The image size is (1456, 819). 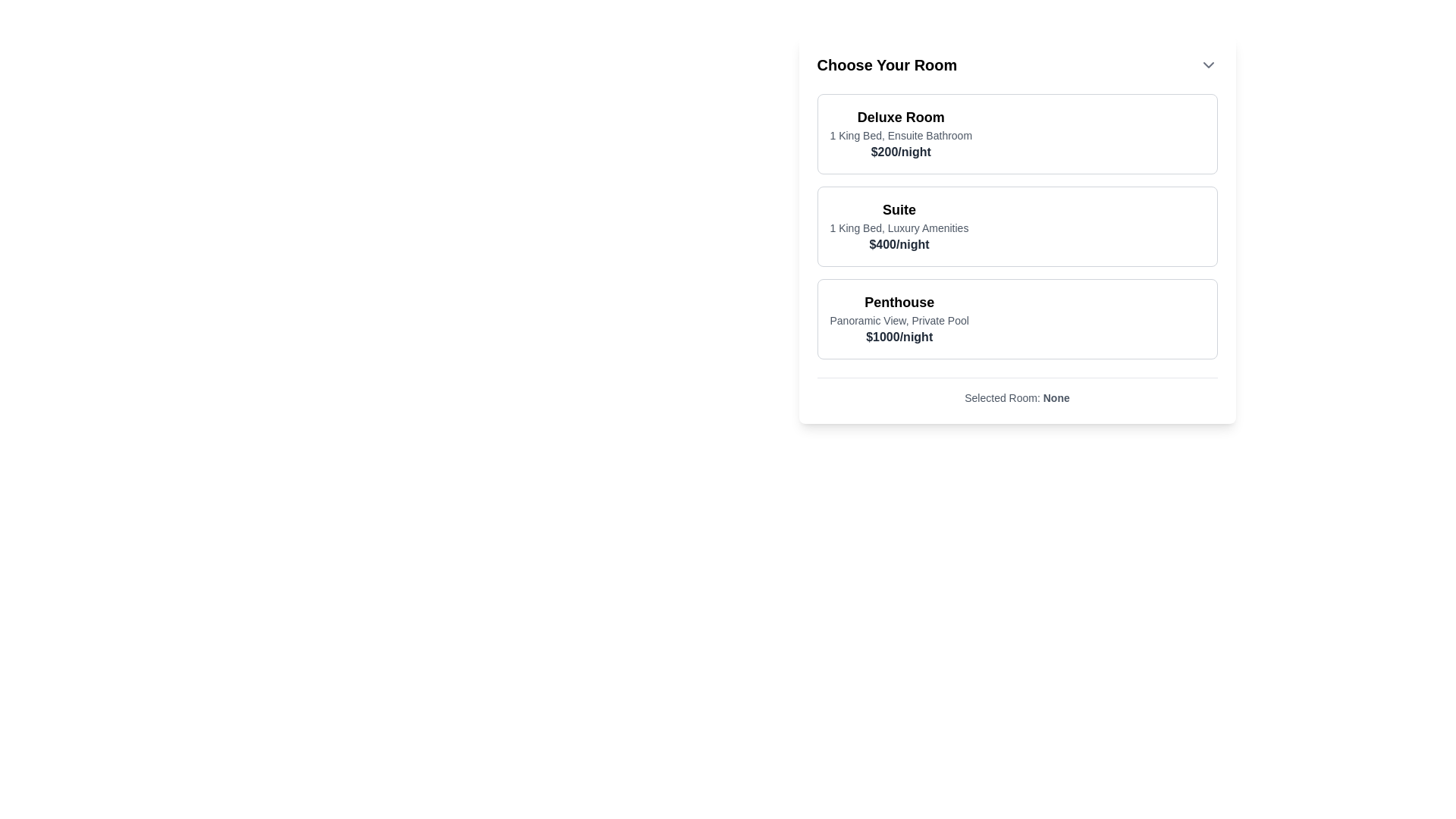 What do you see at coordinates (901, 116) in the screenshot?
I see `the heading text element displaying 'Deluxe Room', which is bold and larger in font, located at the top of the room details card` at bounding box center [901, 116].